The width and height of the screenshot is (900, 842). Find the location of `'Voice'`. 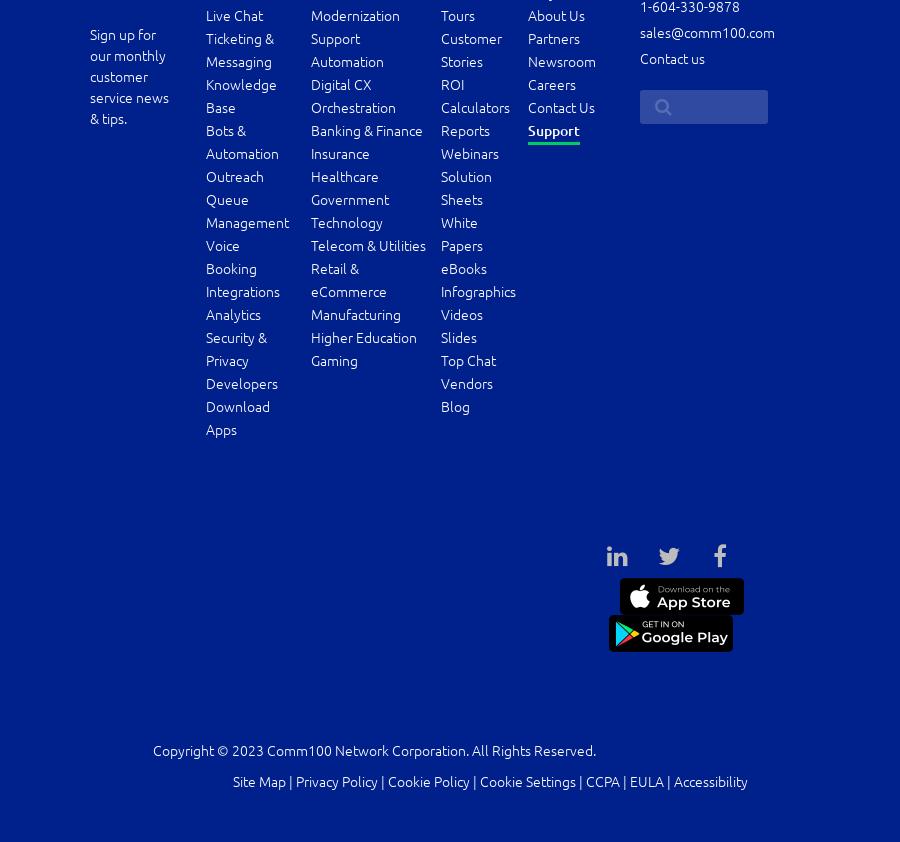

'Voice' is located at coordinates (205, 245).